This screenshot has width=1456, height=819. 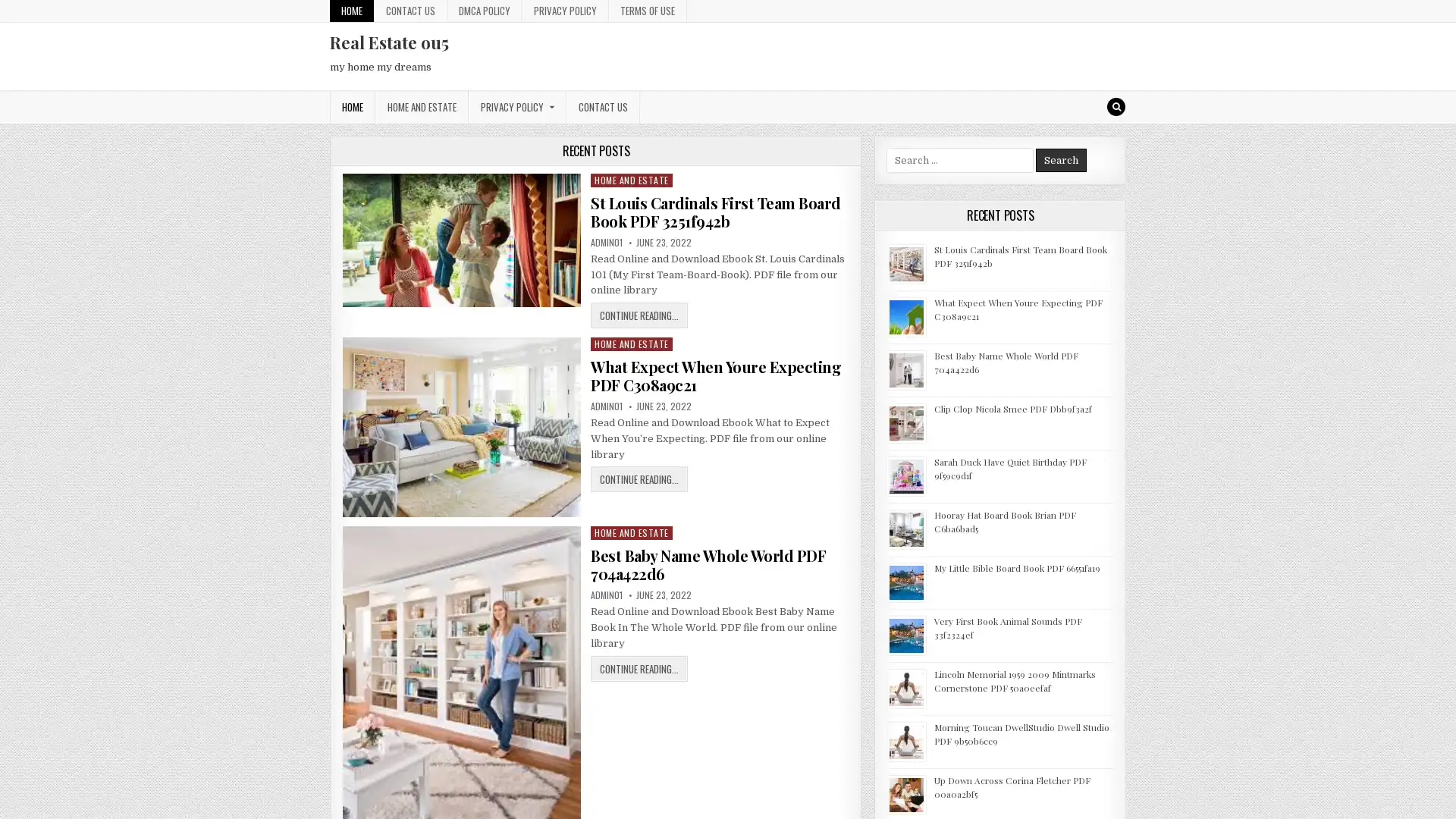 I want to click on Search, so click(x=1060, y=160).